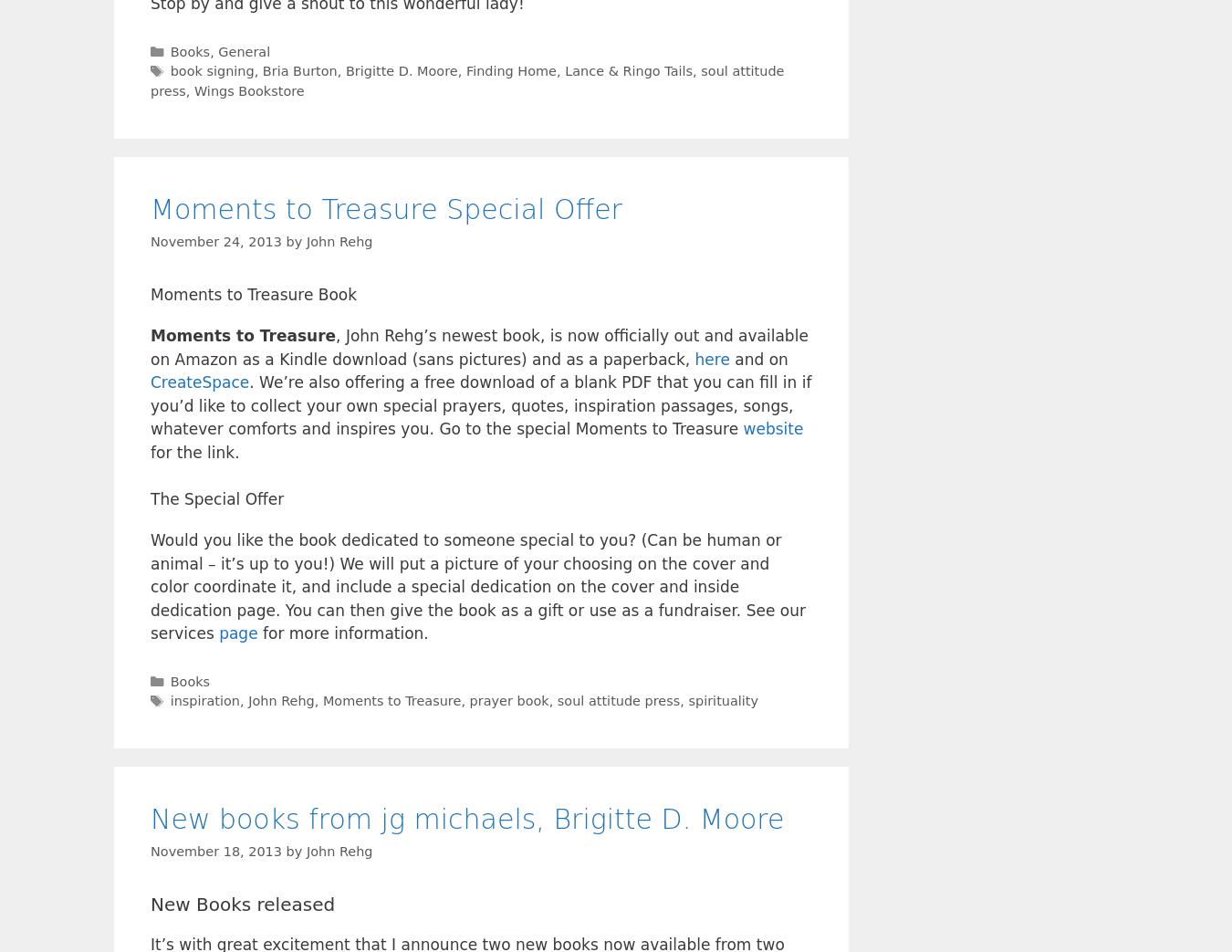  I want to click on '. We’re also offering a free download of a blank PDF that you can fill in if you’d like to collect your own special prayers, quotes, inspiration passages, songs, whatever comforts and inspires you. Go to the special Moments to Treasure', so click(480, 405).